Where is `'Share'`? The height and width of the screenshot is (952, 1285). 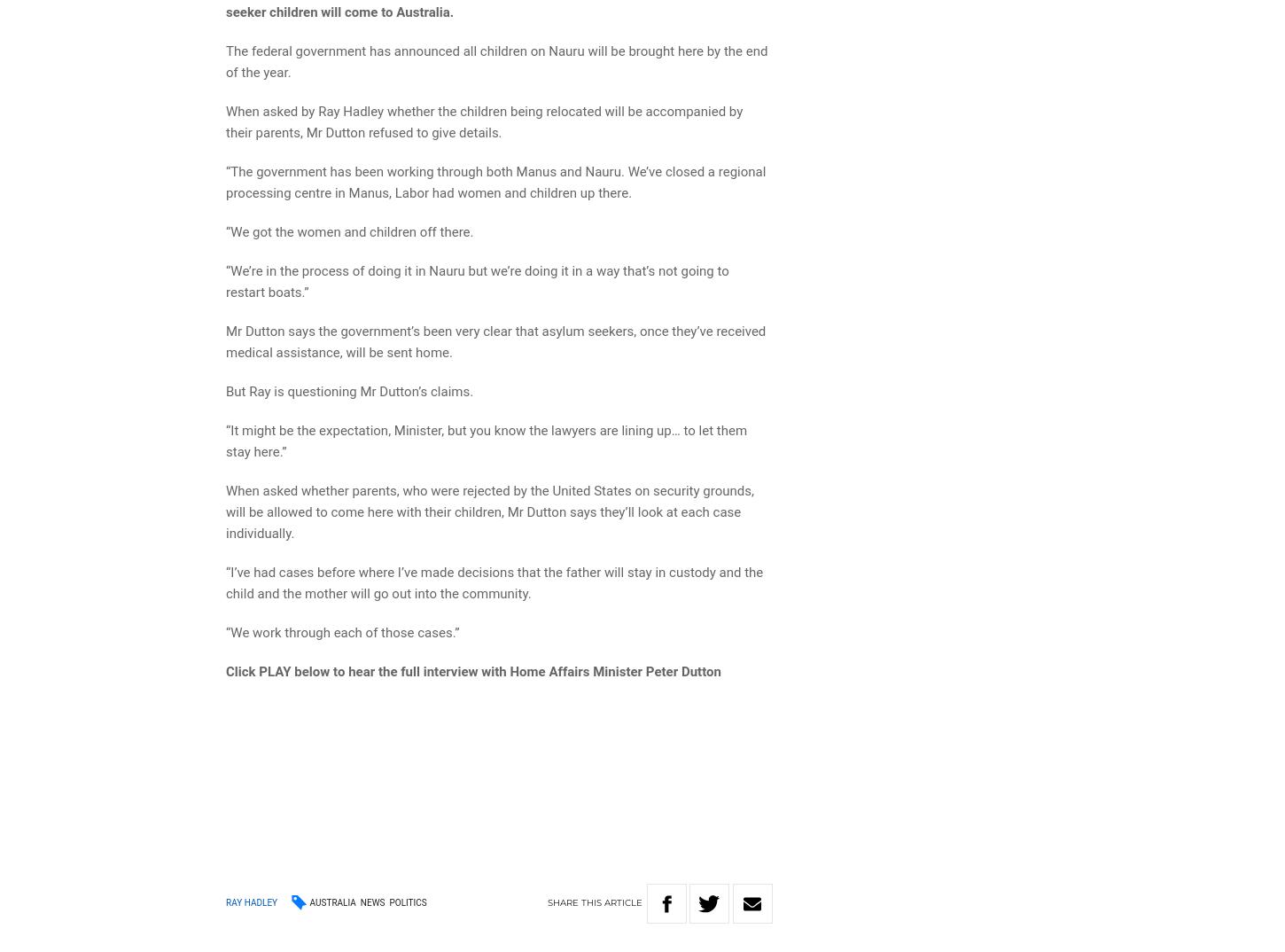
'Share' is located at coordinates (545, 901).